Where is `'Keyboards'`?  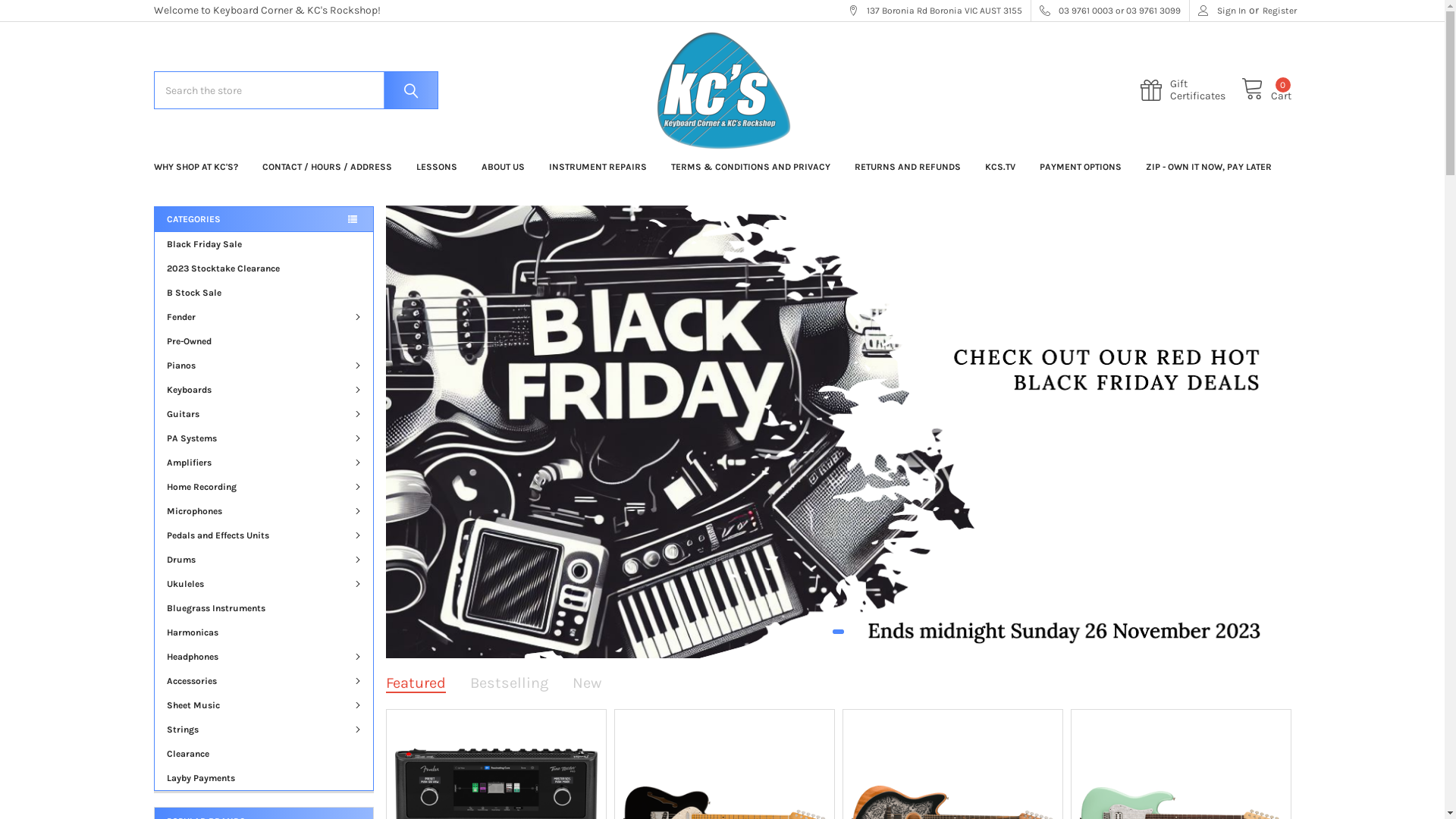 'Keyboards' is located at coordinates (263, 388).